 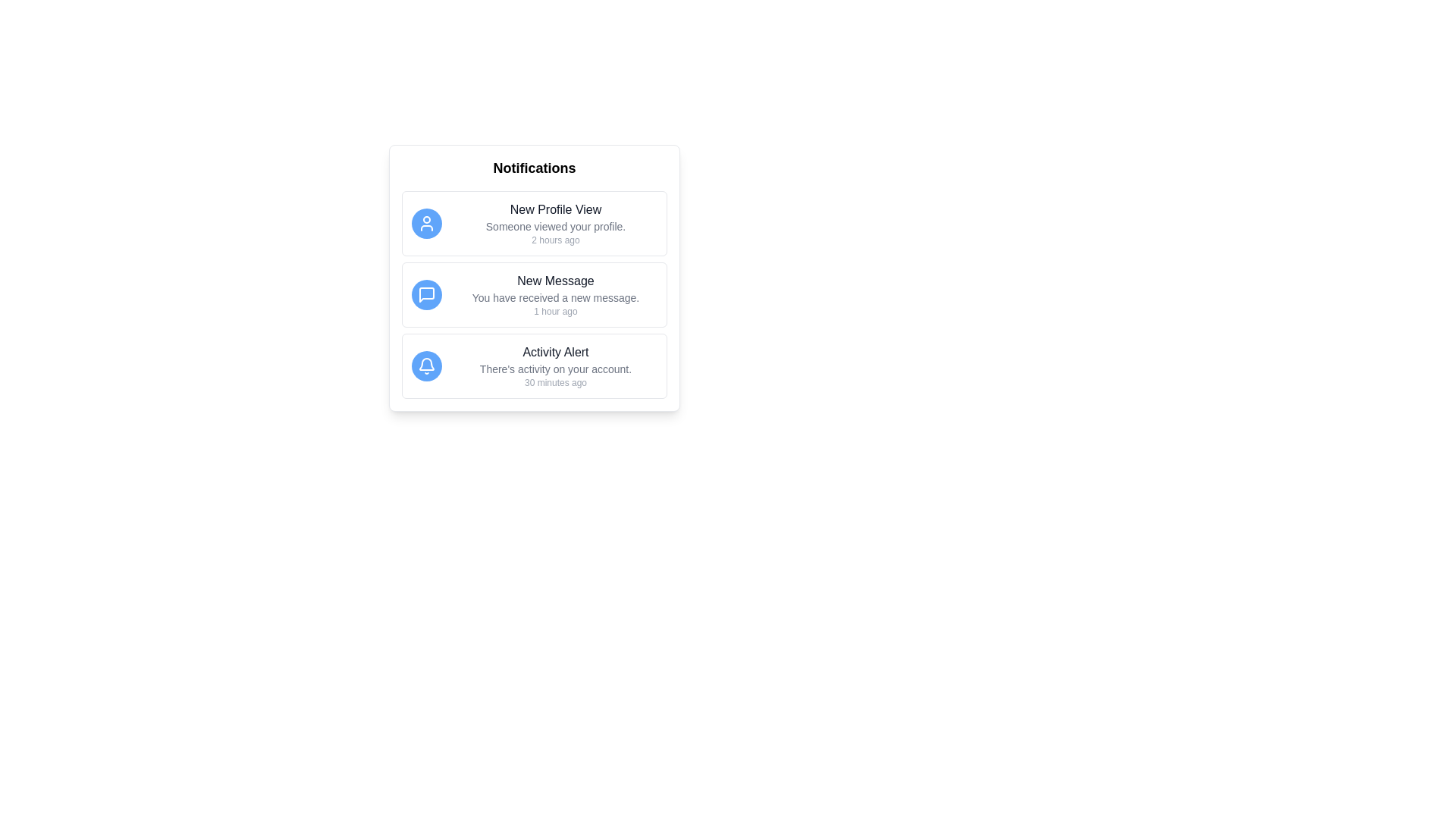 What do you see at coordinates (425, 366) in the screenshot?
I see `the bell icon button located at the left side of the 'Activity Alert' notification row` at bounding box center [425, 366].